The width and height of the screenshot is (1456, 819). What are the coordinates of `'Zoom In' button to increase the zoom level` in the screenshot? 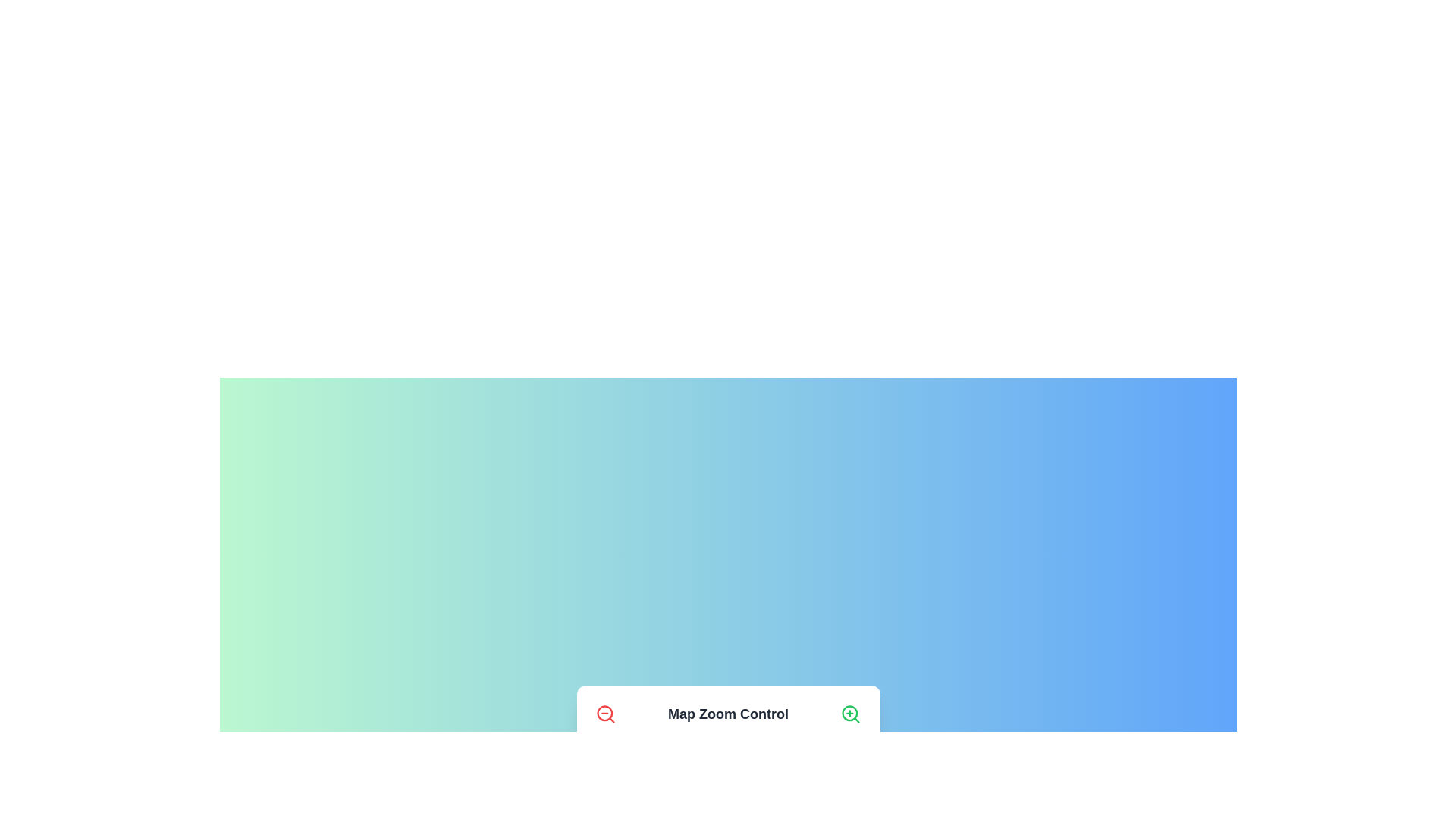 It's located at (851, 714).